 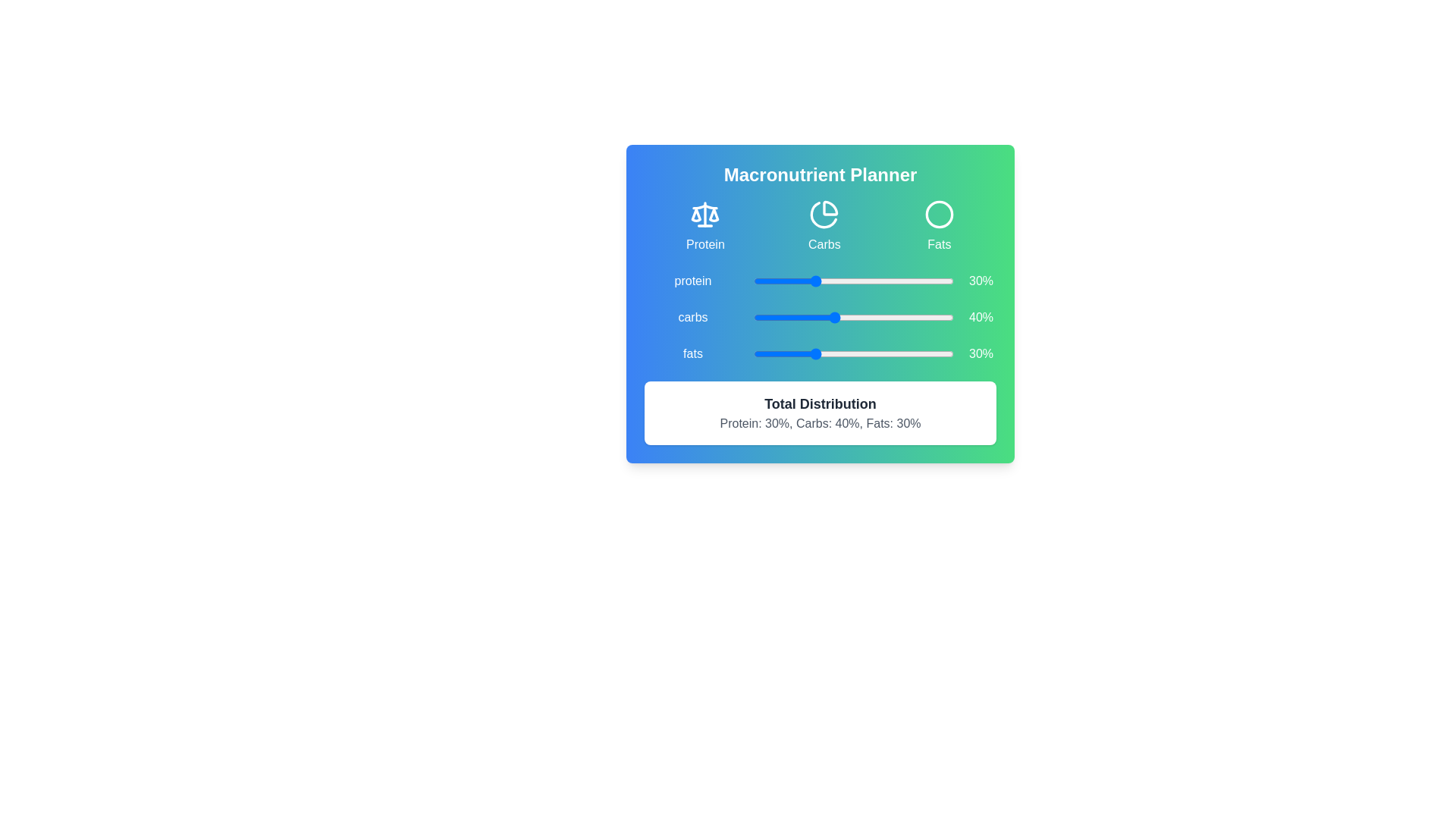 What do you see at coordinates (938, 214) in the screenshot?
I see `the inner circular part of the 'Fats' icon in the top-right section of the Macronutrient Planner interface` at bounding box center [938, 214].